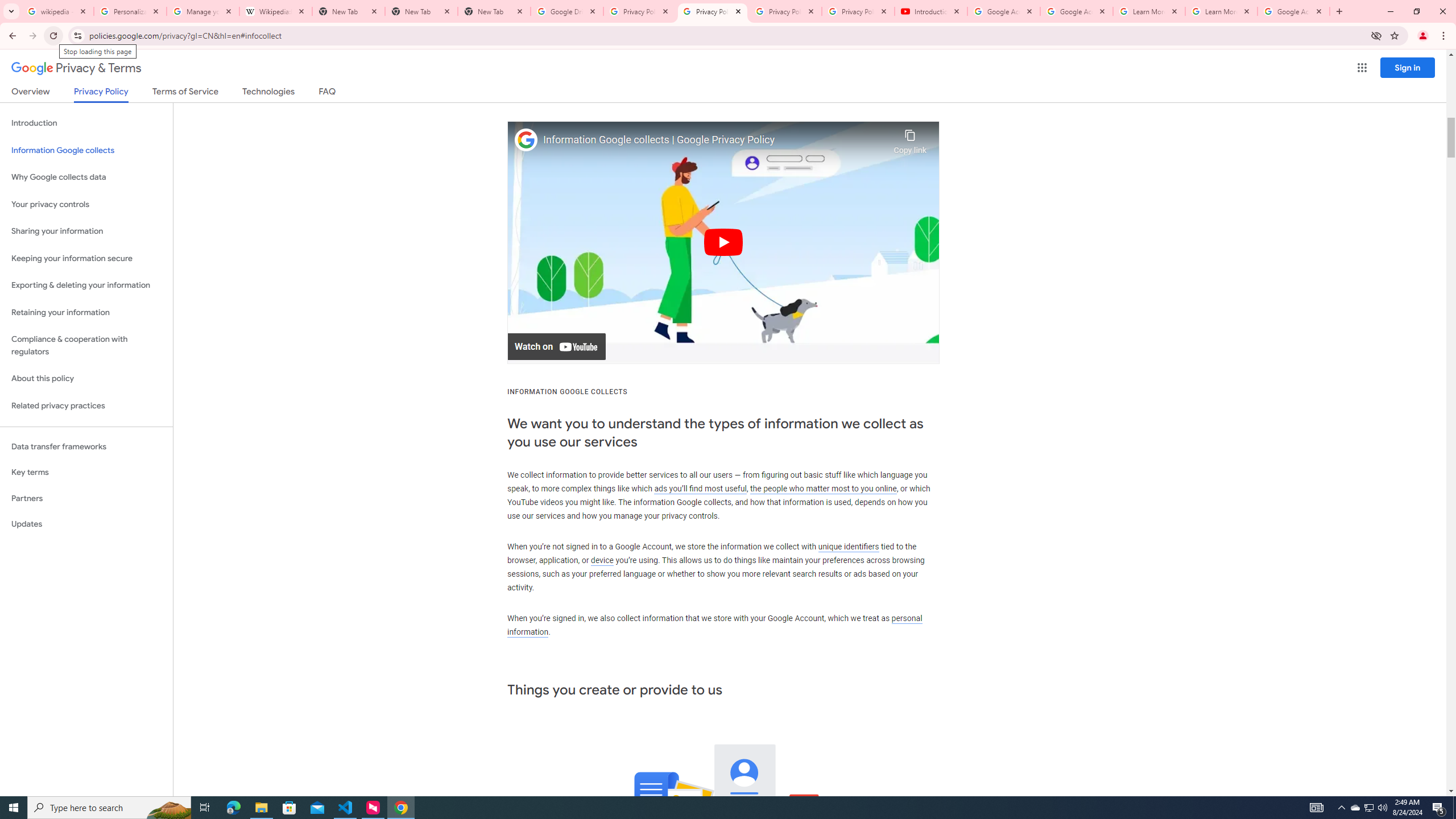 This screenshot has height=819, width=1456. What do you see at coordinates (130, 11) in the screenshot?
I see `'Personalization & Google Search results - Google Search Help'` at bounding box center [130, 11].